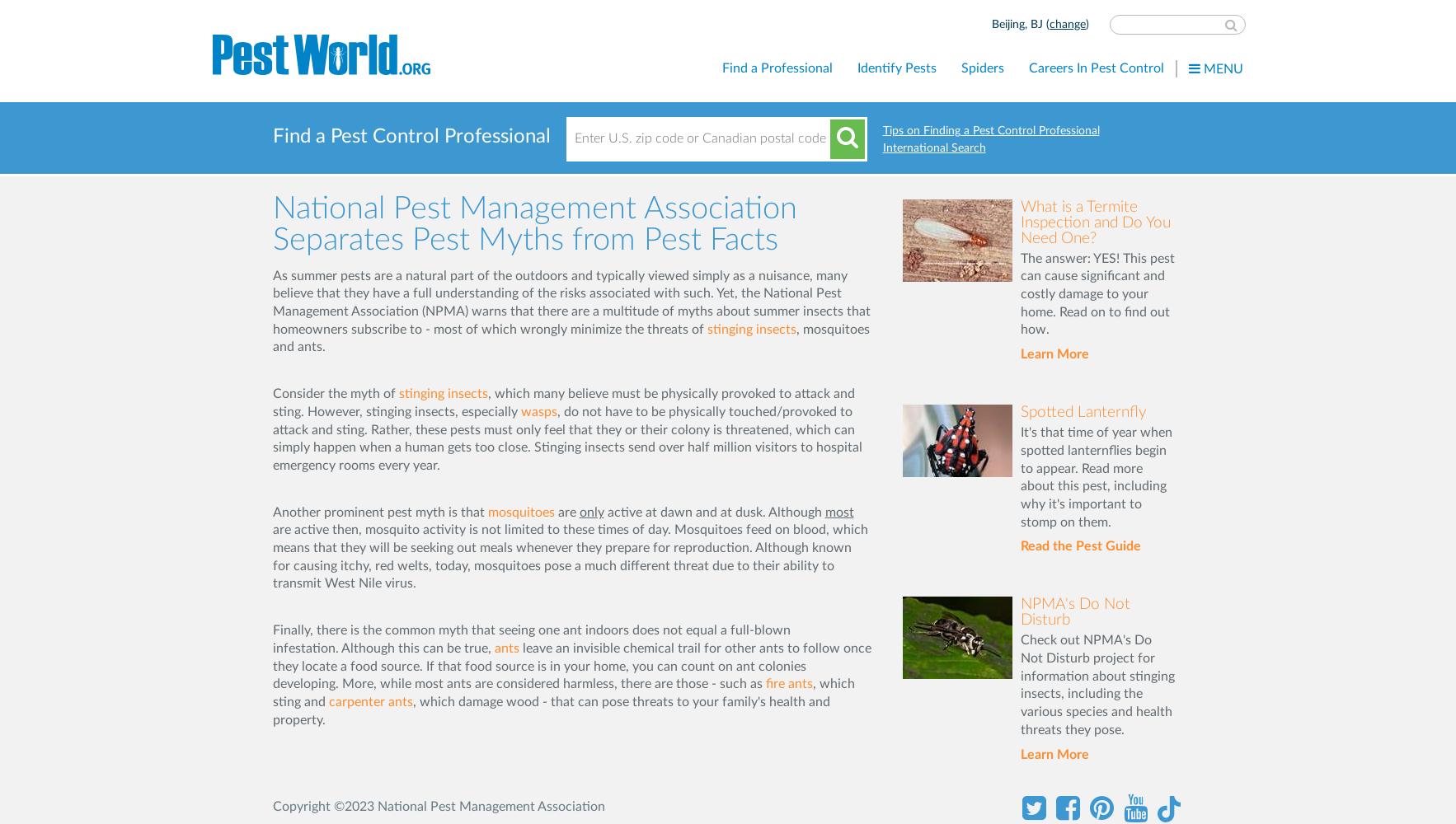 The width and height of the screenshot is (1456, 824). I want to click on 'Another prominent pest myth is that', so click(271, 511).